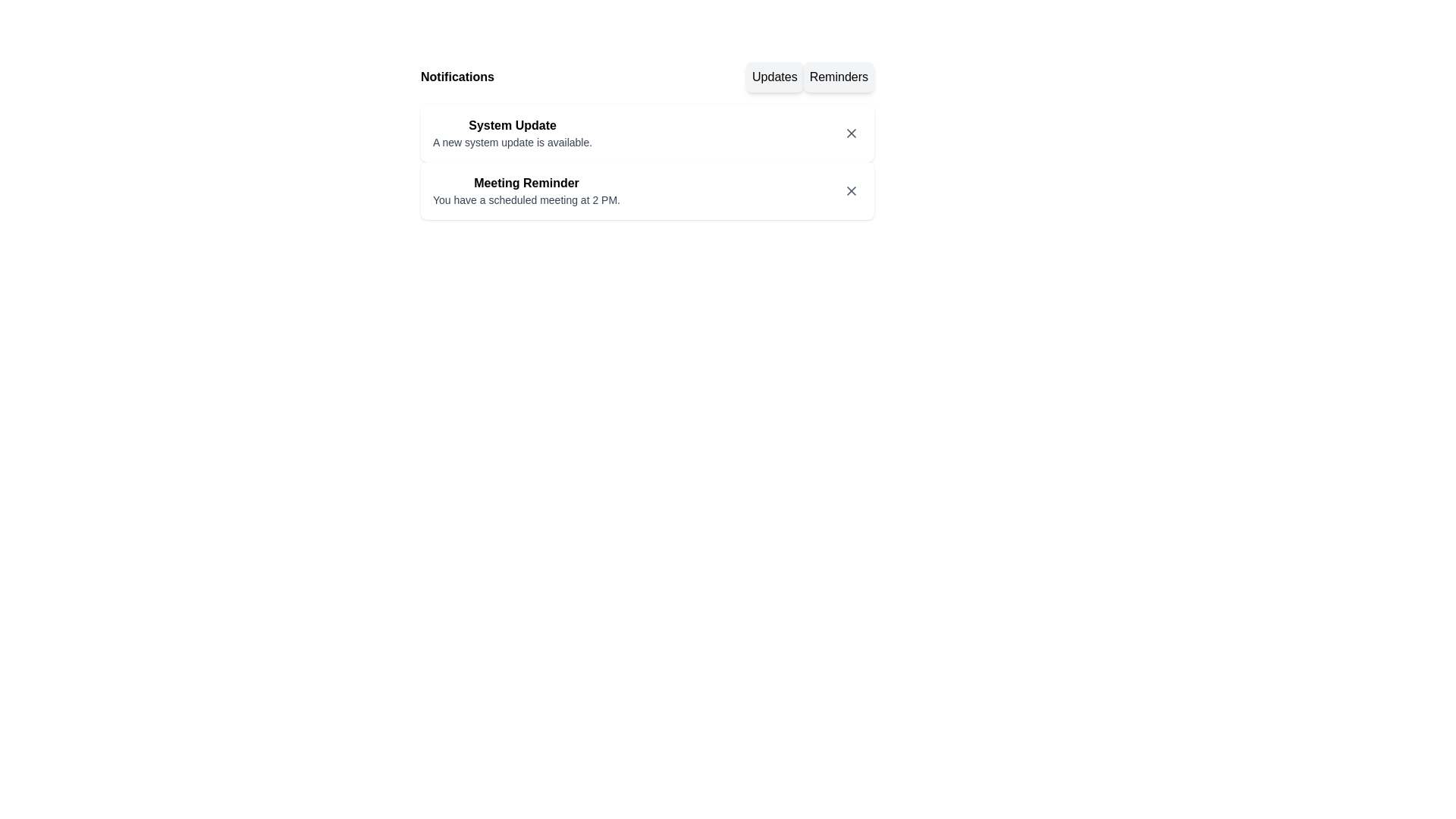 The height and width of the screenshot is (819, 1456). I want to click on the 'All Categories' button to clear the current category filter, so click(648, 77).